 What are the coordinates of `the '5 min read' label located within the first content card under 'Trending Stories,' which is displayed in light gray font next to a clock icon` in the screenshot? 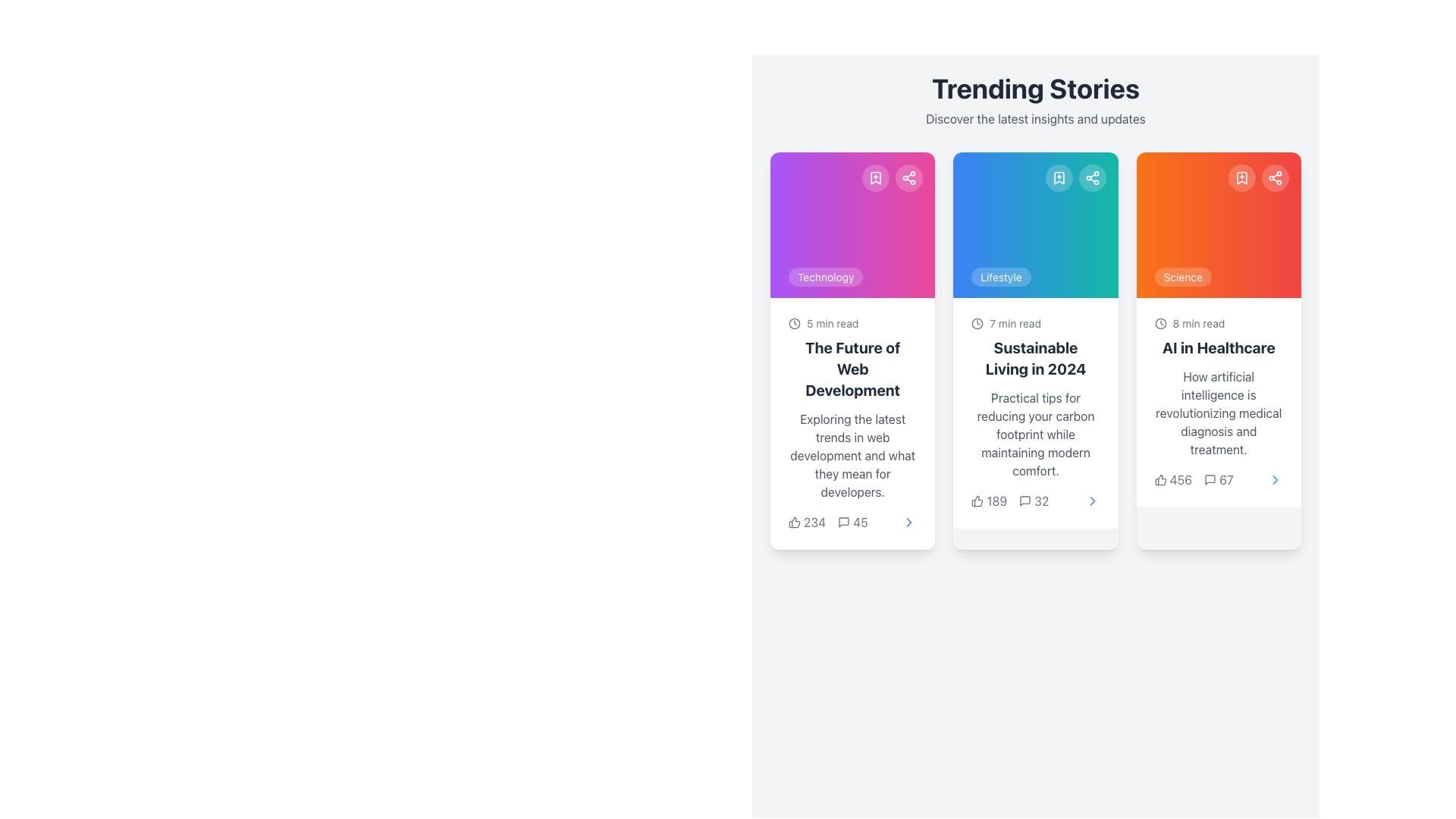 It's located at (832, 323).